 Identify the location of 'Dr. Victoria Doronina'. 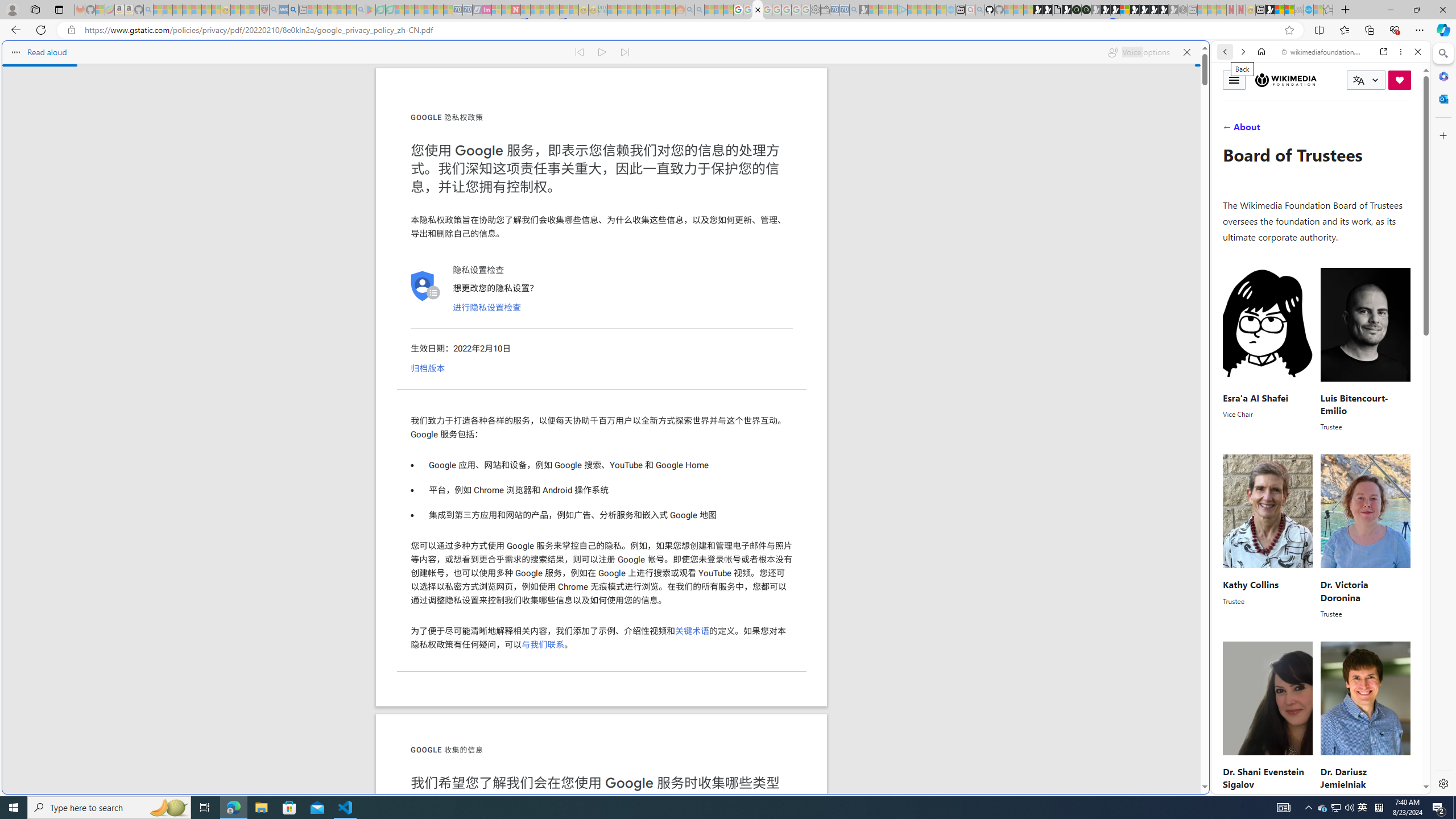
(1343, 590).